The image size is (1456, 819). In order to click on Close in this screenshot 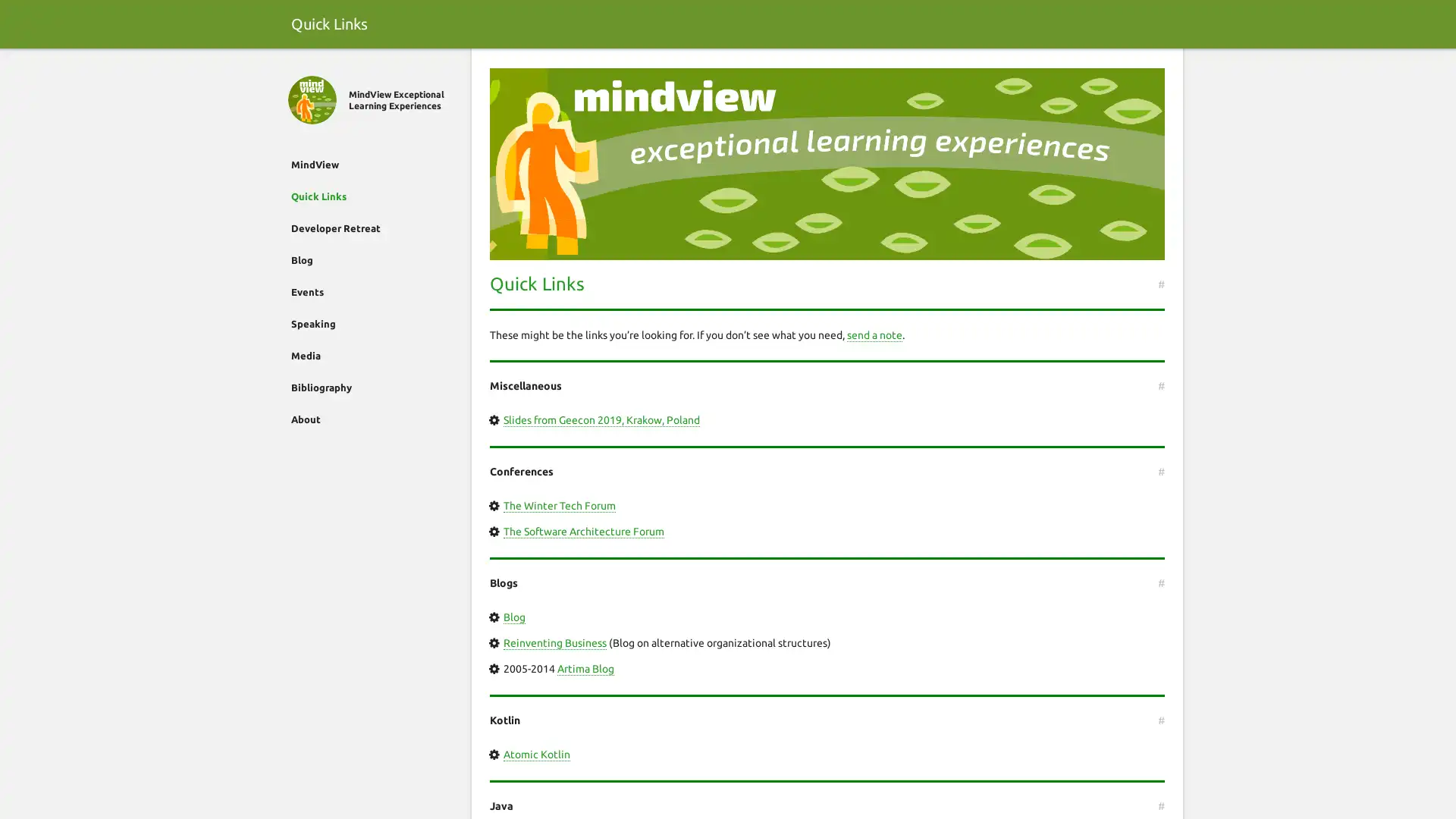, I will do `click(297, 66)`.